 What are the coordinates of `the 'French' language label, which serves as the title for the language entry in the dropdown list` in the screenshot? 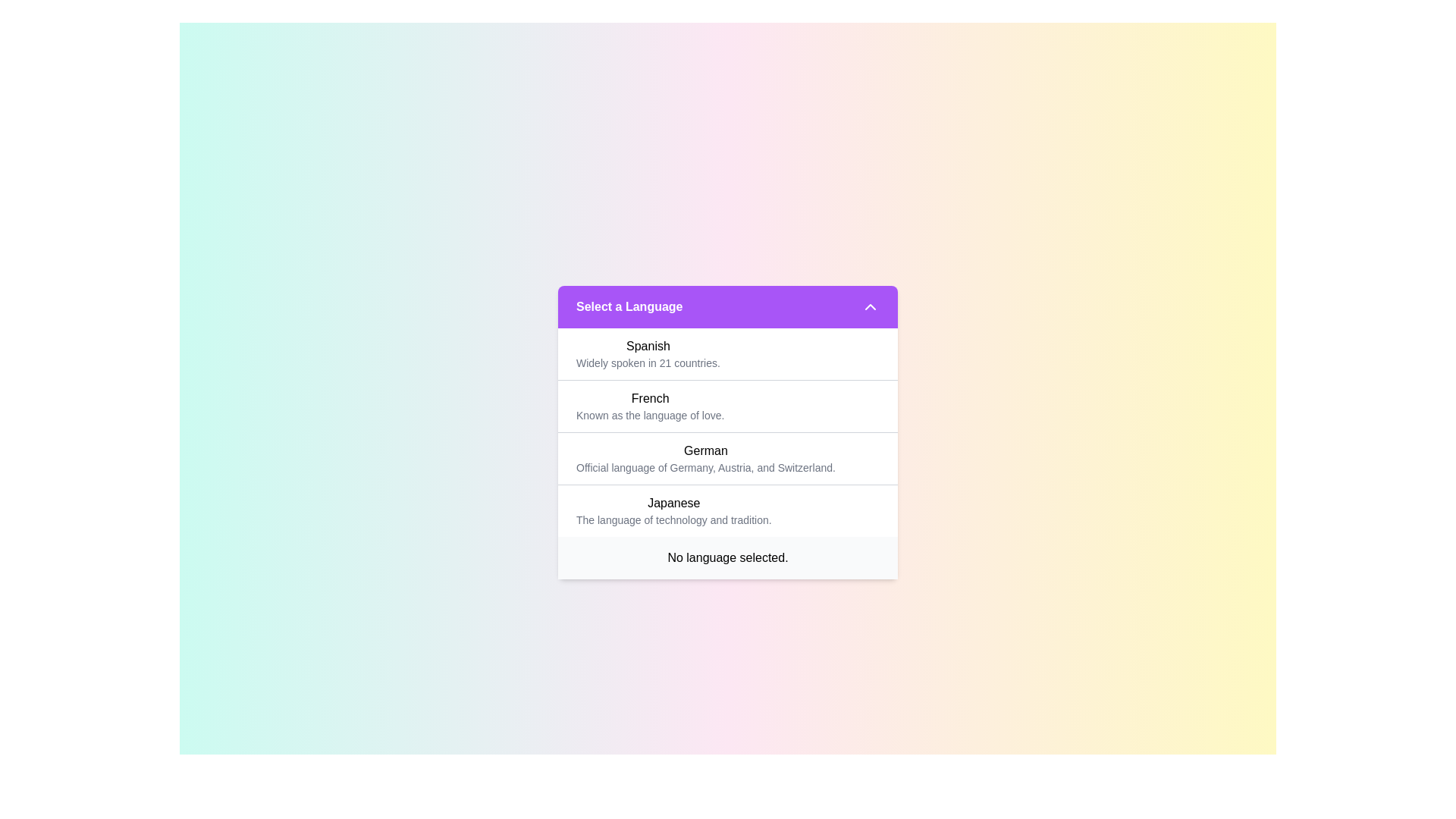 It's located at (650, 397).